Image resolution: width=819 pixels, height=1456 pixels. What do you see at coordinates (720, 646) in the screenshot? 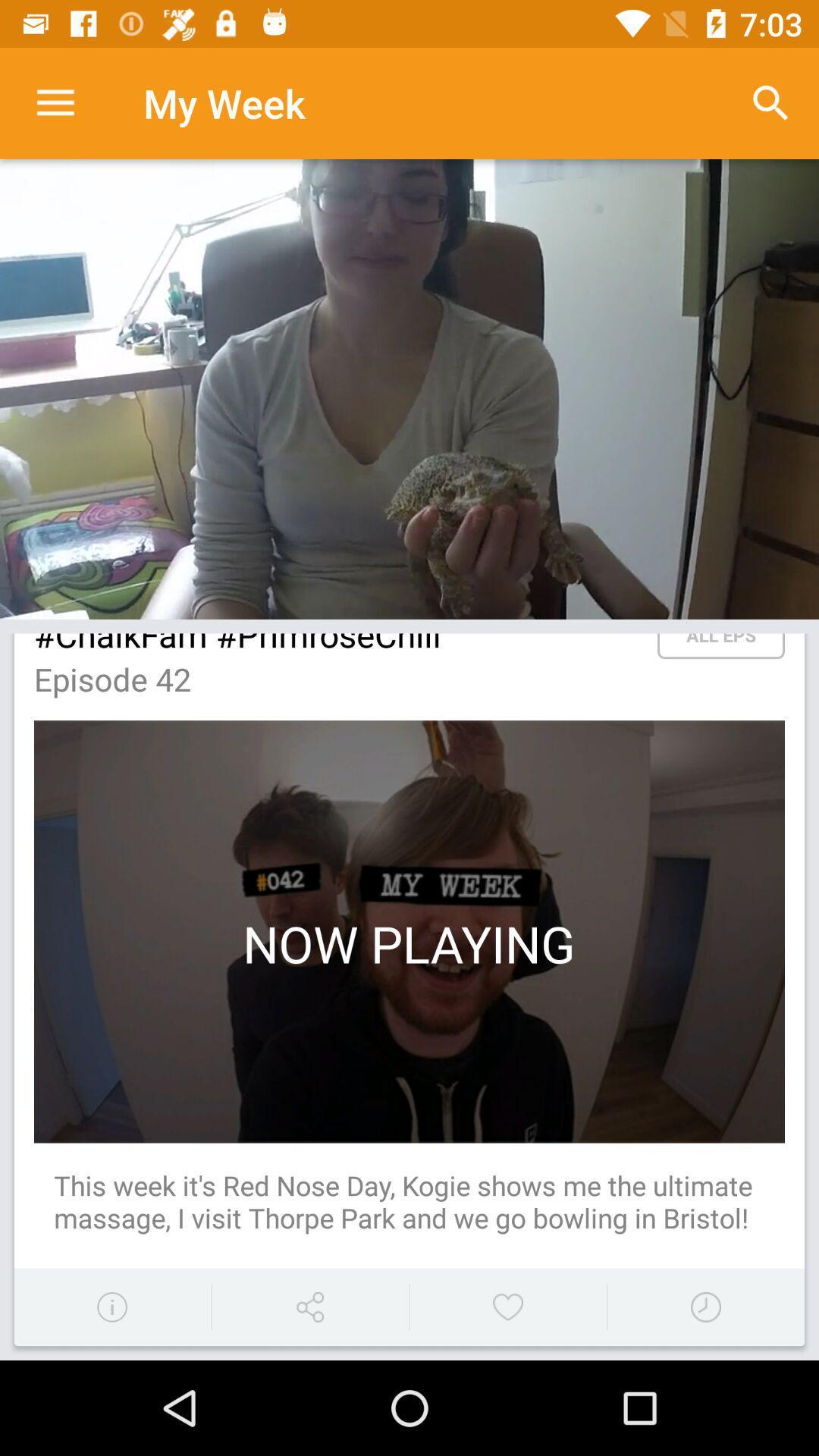
I see `the text which is right to the episode 42` at bounding box center [720, 646].